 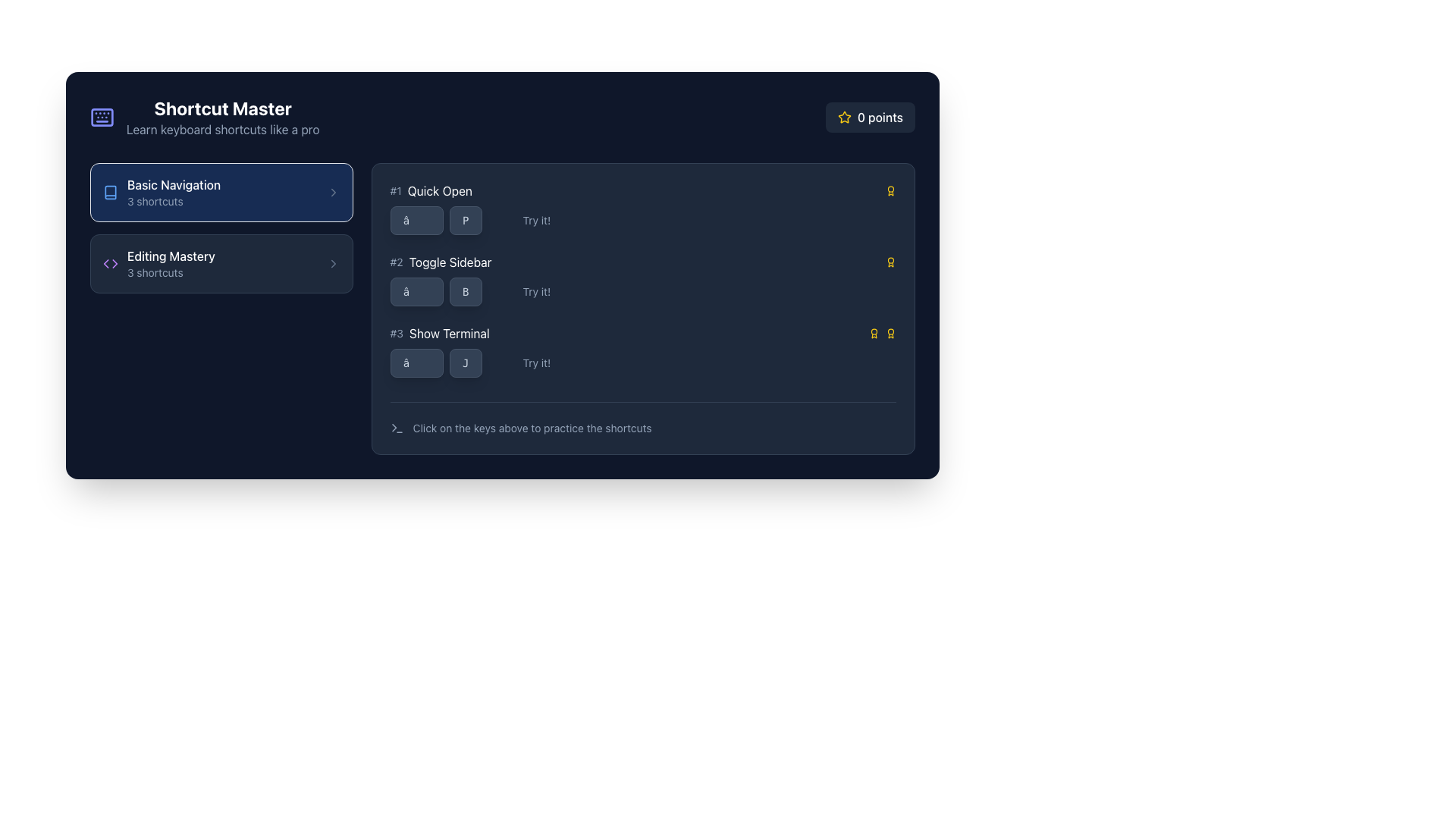 I want to click on the static text label that represents the 'Quick Open' functionality entry, located in the upper-right card component, near the top-left corner of this card, so click(x=396, y=190).